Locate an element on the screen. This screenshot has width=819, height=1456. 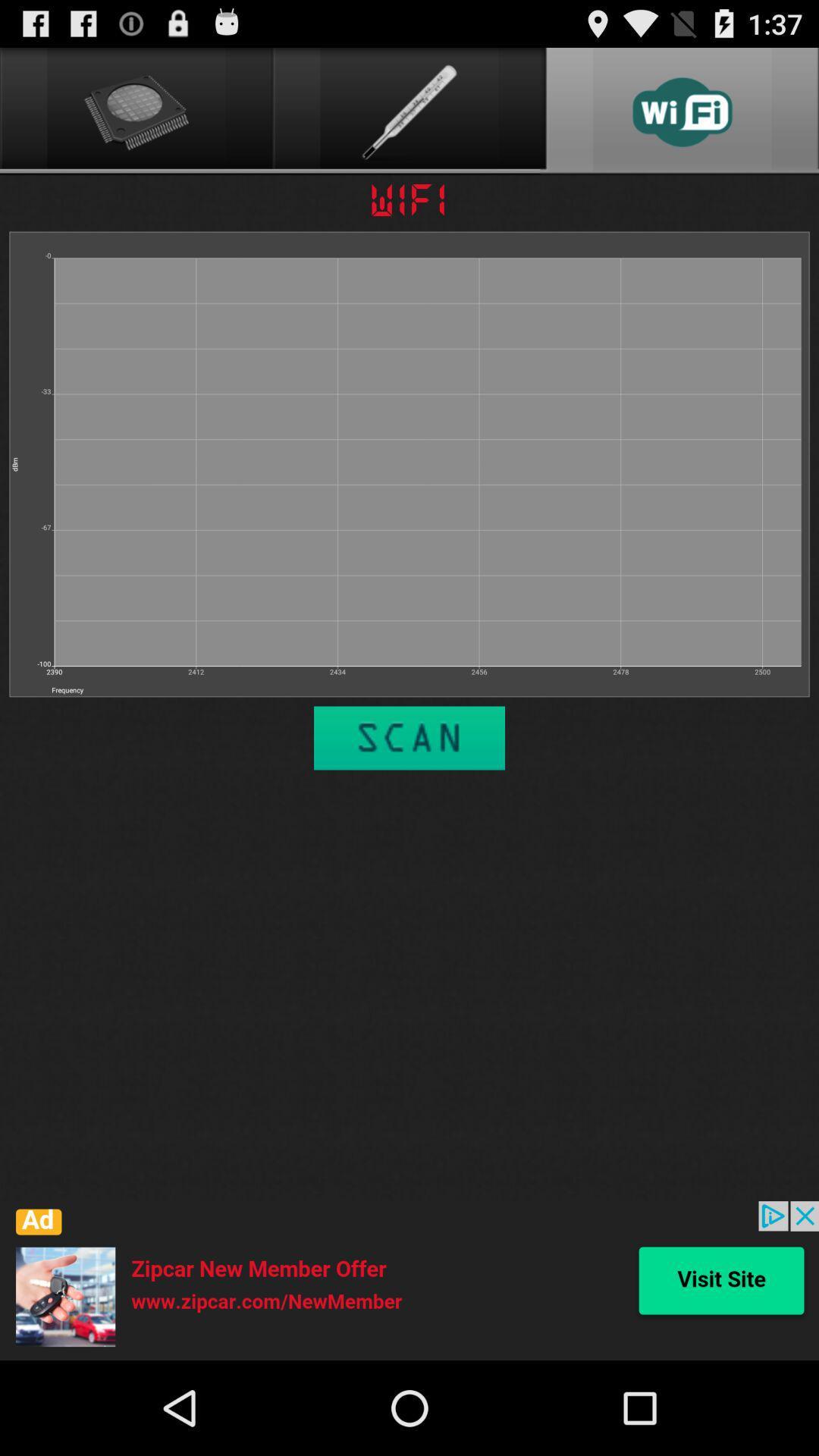
scan is located at coordinates (409, 738).